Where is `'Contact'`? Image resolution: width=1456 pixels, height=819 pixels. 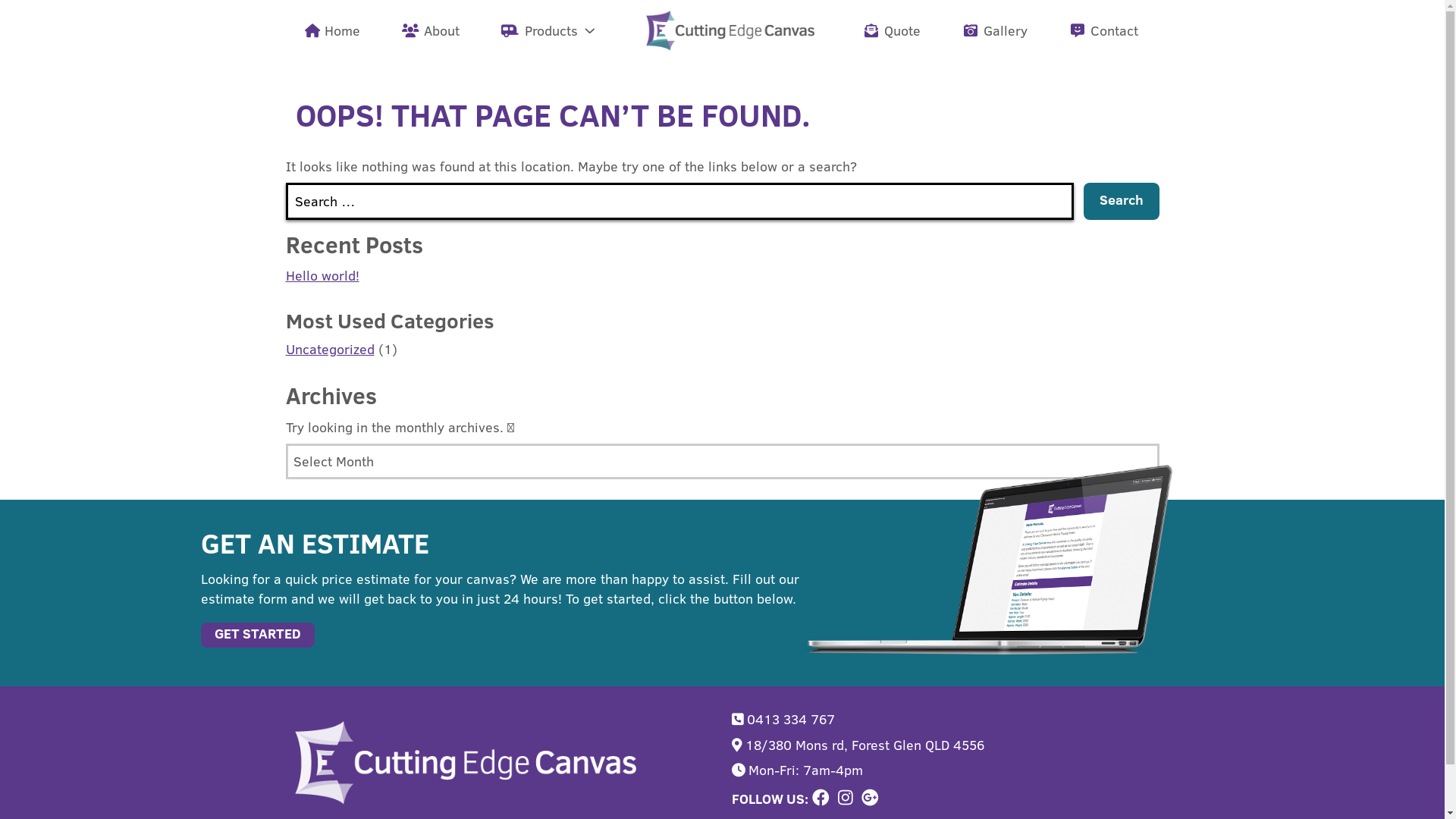 'Contact' is located at coordinates (1105, 30).